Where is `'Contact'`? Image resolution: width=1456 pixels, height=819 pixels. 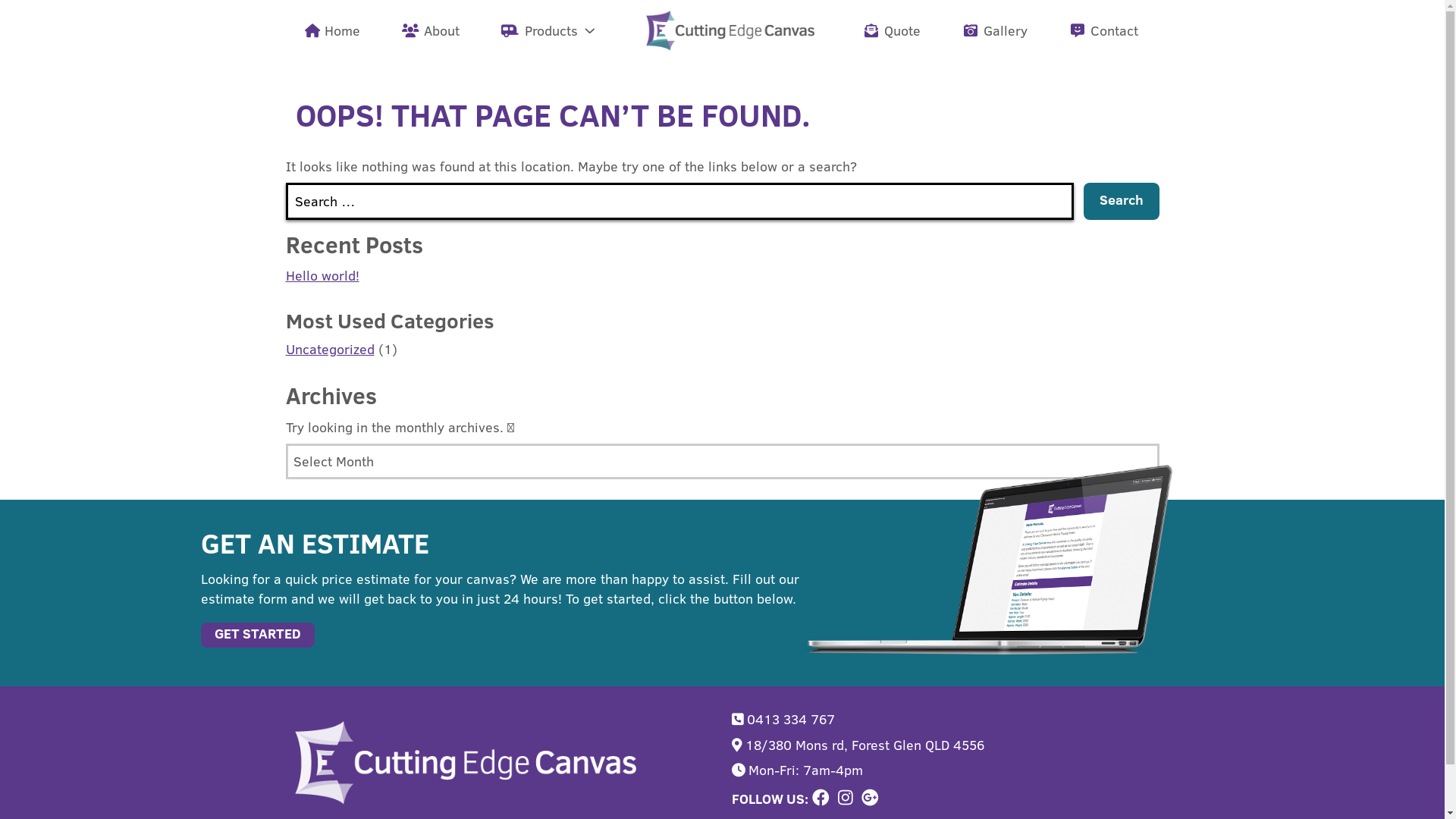 'Contact' is located at coordinates (1105, 30).